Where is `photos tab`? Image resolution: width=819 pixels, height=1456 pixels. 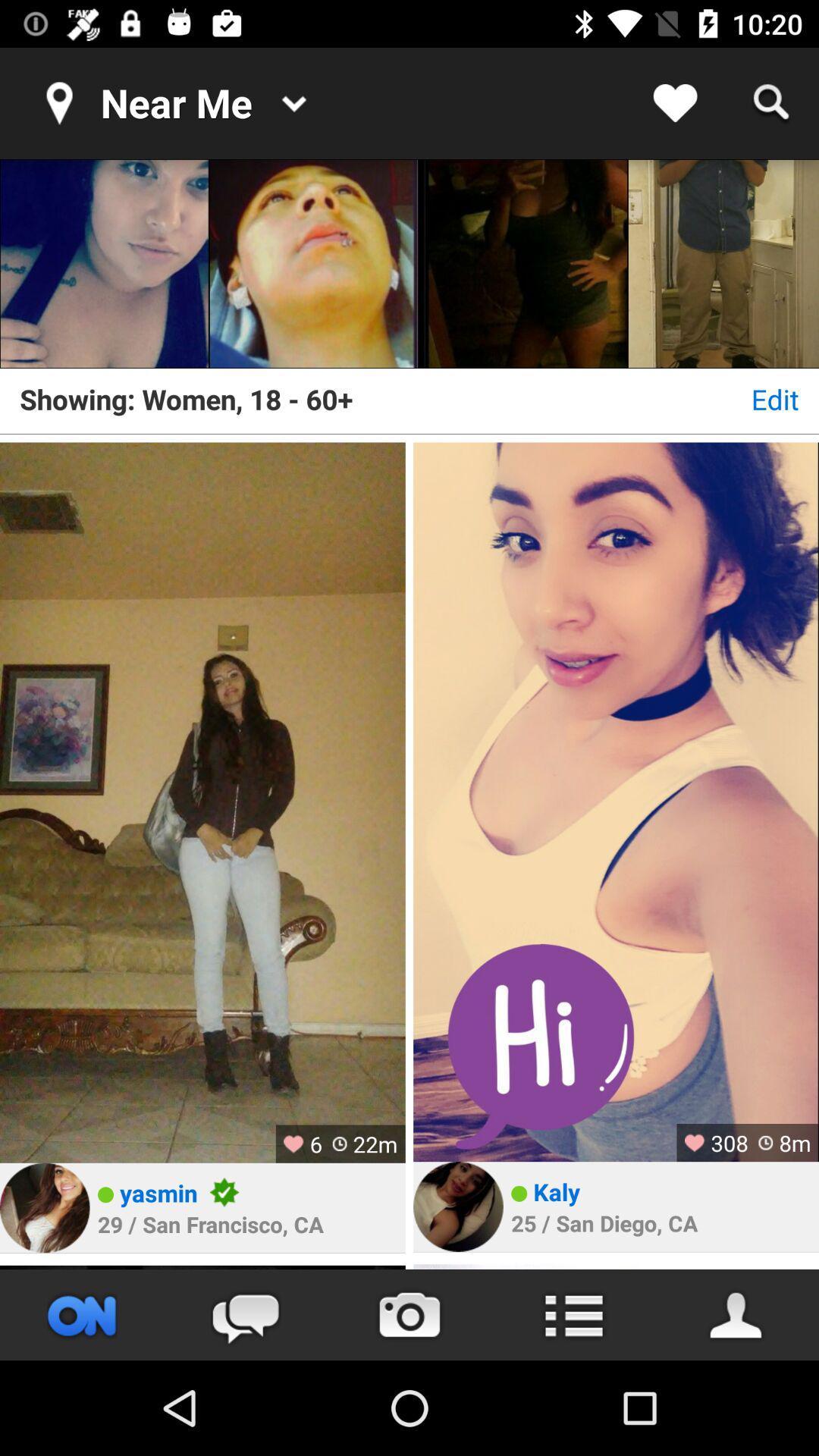 photos tab is located at coordinates (409, 1314).